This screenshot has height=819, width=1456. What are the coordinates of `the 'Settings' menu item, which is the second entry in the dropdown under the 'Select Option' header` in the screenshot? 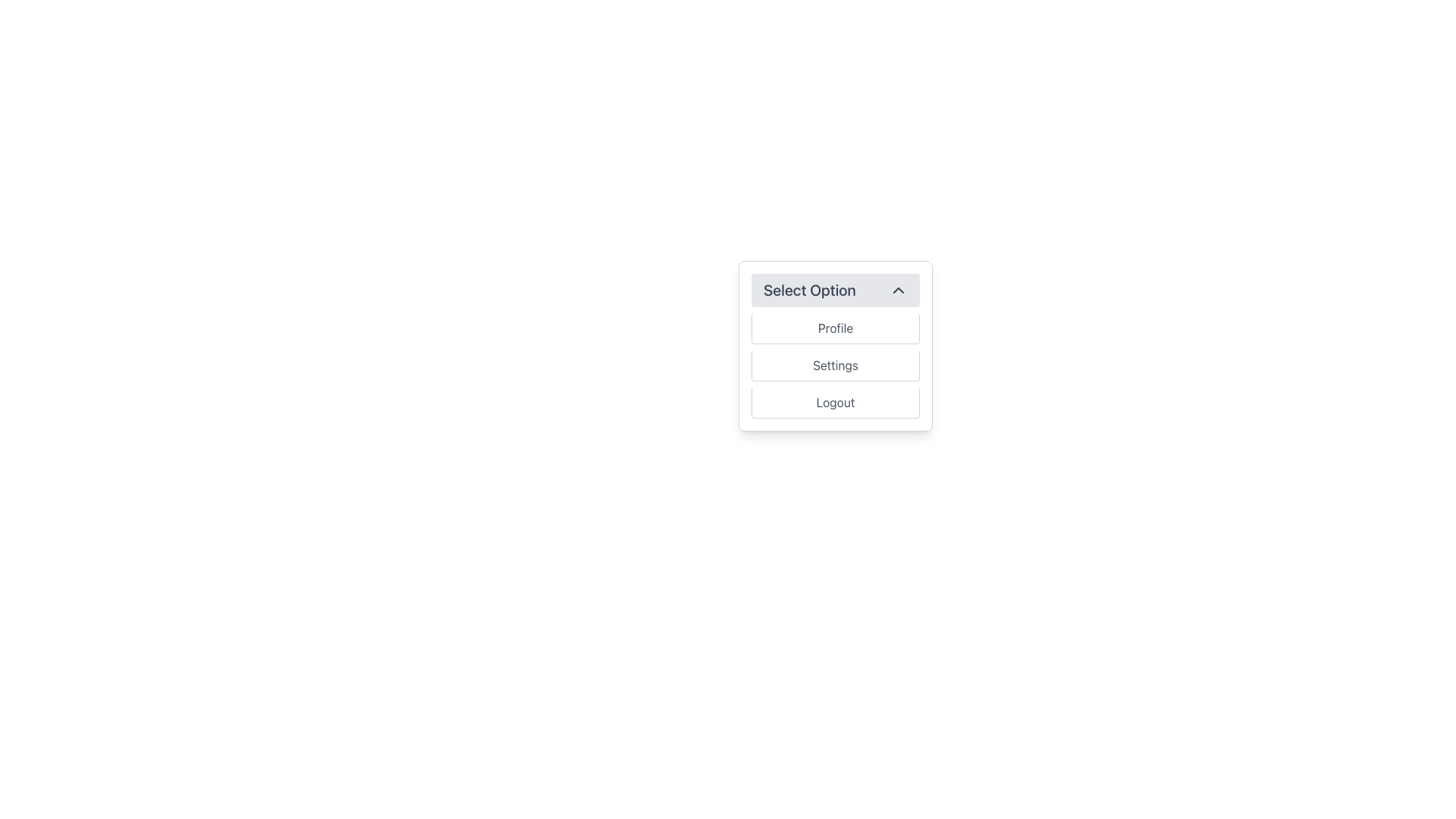 It's located at (835, 366).